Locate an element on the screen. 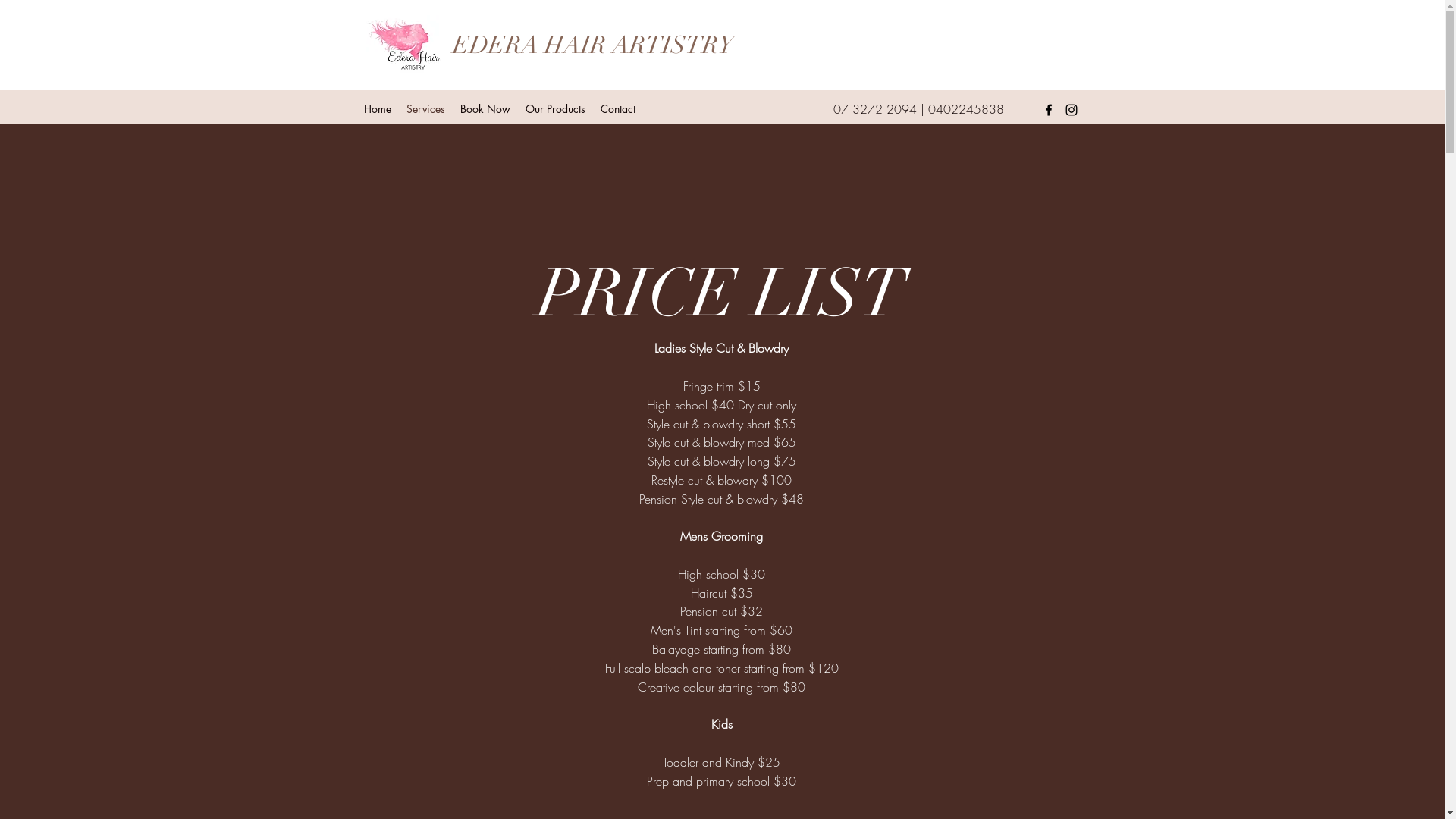 Image resolution: width=1456 pixels, height=819 pixels. 'Contact' is located at coordinates (618, 108).